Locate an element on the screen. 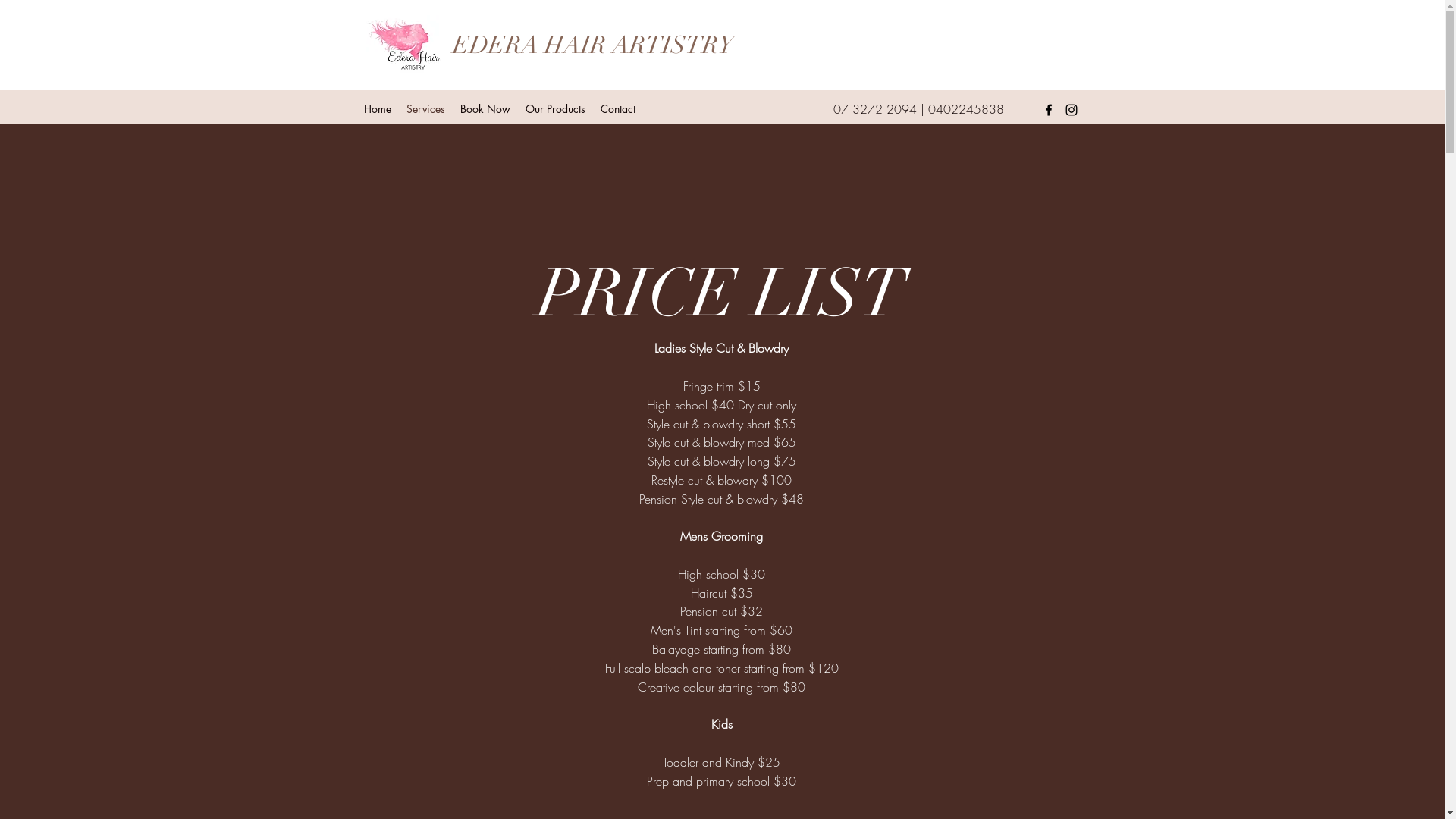 Image resolution: width=1456 pixels, height=819 pixels. 'Contact' is located at coordinates (618, 108).